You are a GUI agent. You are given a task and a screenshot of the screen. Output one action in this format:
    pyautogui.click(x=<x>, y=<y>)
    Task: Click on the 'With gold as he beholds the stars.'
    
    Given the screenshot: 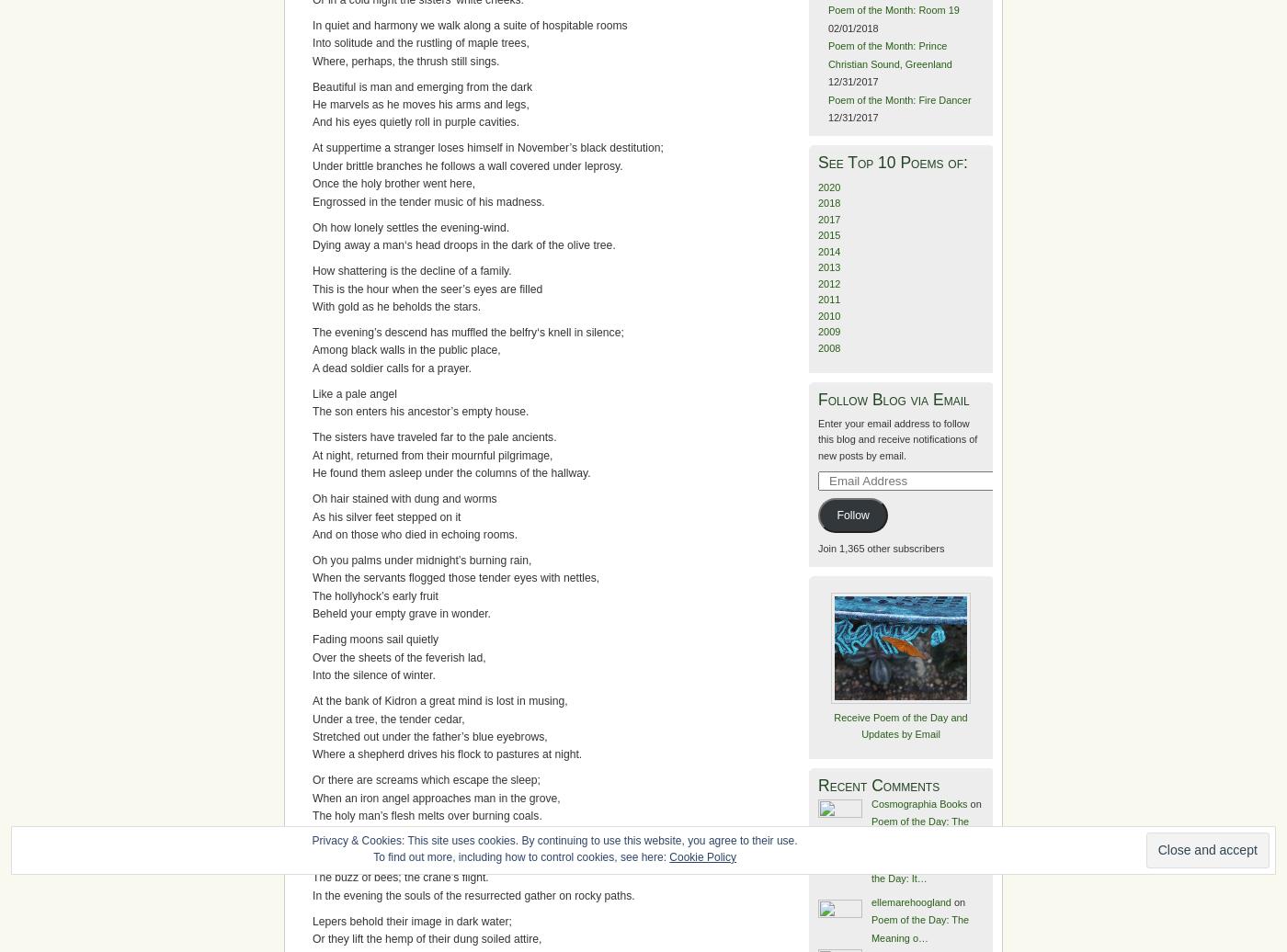 What is the action you would take?
    pyautogui.click(x=396, y=307)
    